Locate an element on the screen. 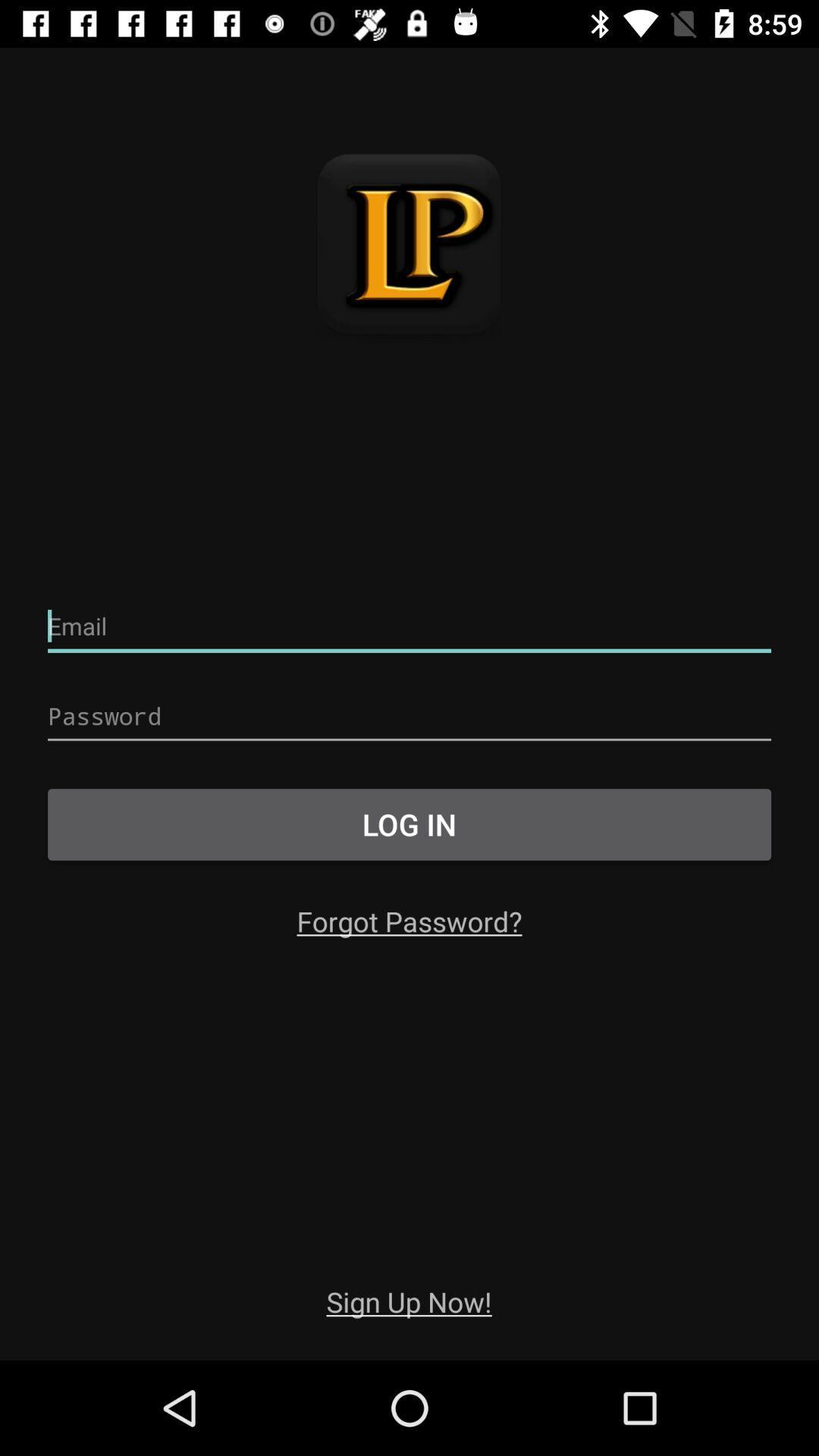 This screenshot has width=819, height=1456. app below forgot password? is located at coordinates (408, 1301).